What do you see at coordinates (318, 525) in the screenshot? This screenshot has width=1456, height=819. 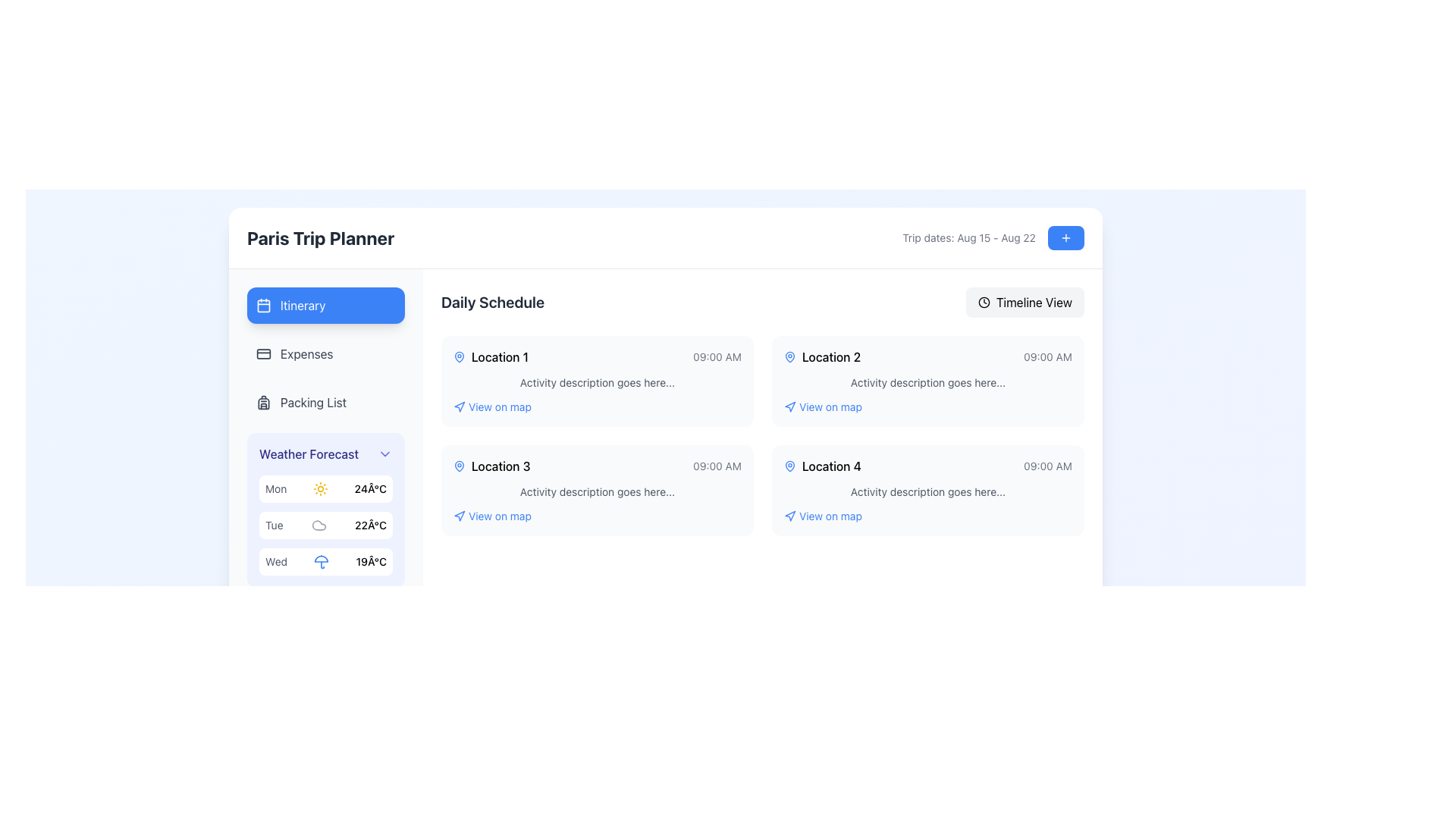 I see `the weather condition icon representing 'cloudy' for the forecast on 'Tue 22°C', which is the second icon in the 'Weather Forecast' section` at bounding box center [318, 525].